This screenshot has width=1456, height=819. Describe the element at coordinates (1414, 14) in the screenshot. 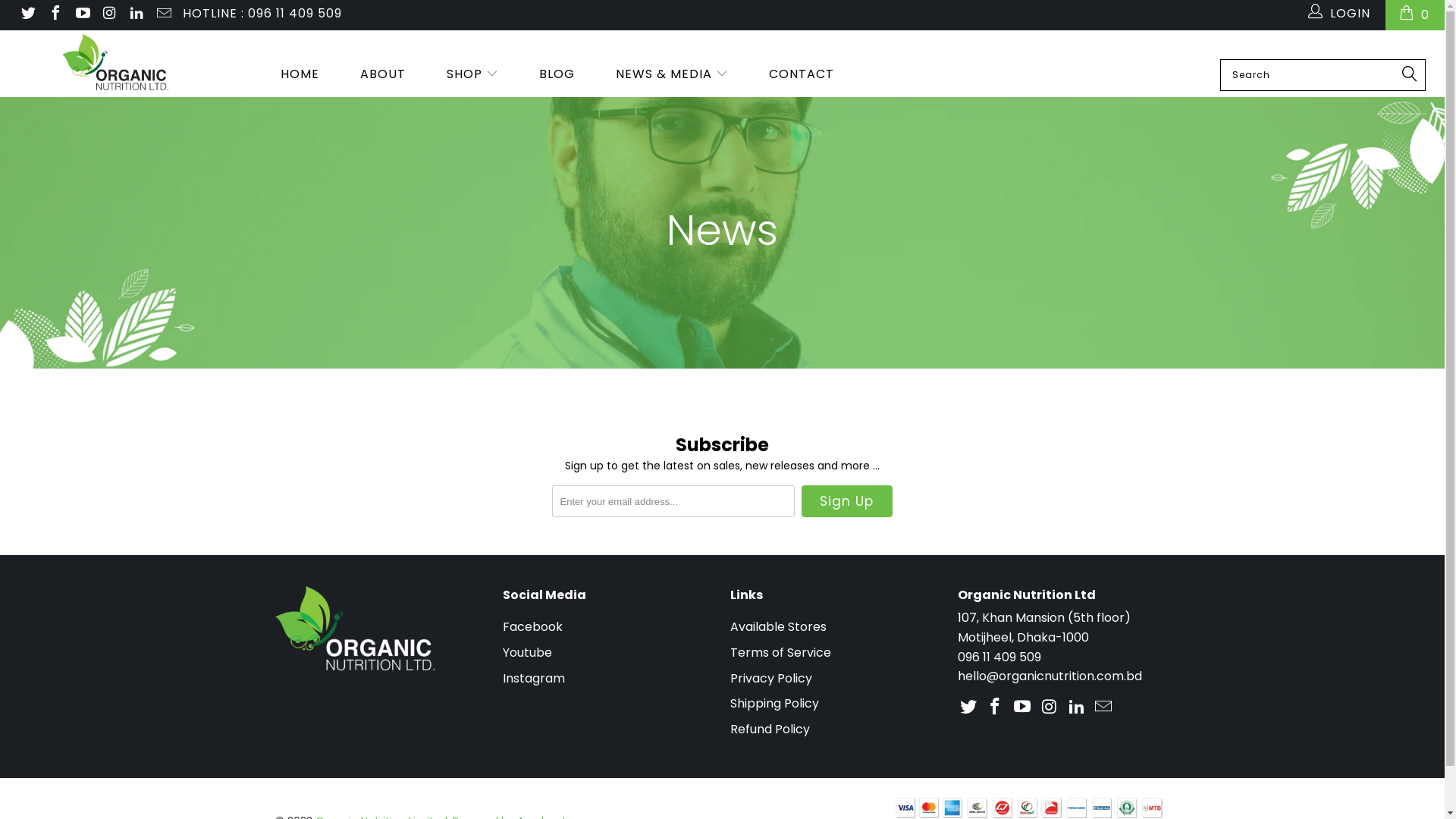

I see `'0'` at that location.